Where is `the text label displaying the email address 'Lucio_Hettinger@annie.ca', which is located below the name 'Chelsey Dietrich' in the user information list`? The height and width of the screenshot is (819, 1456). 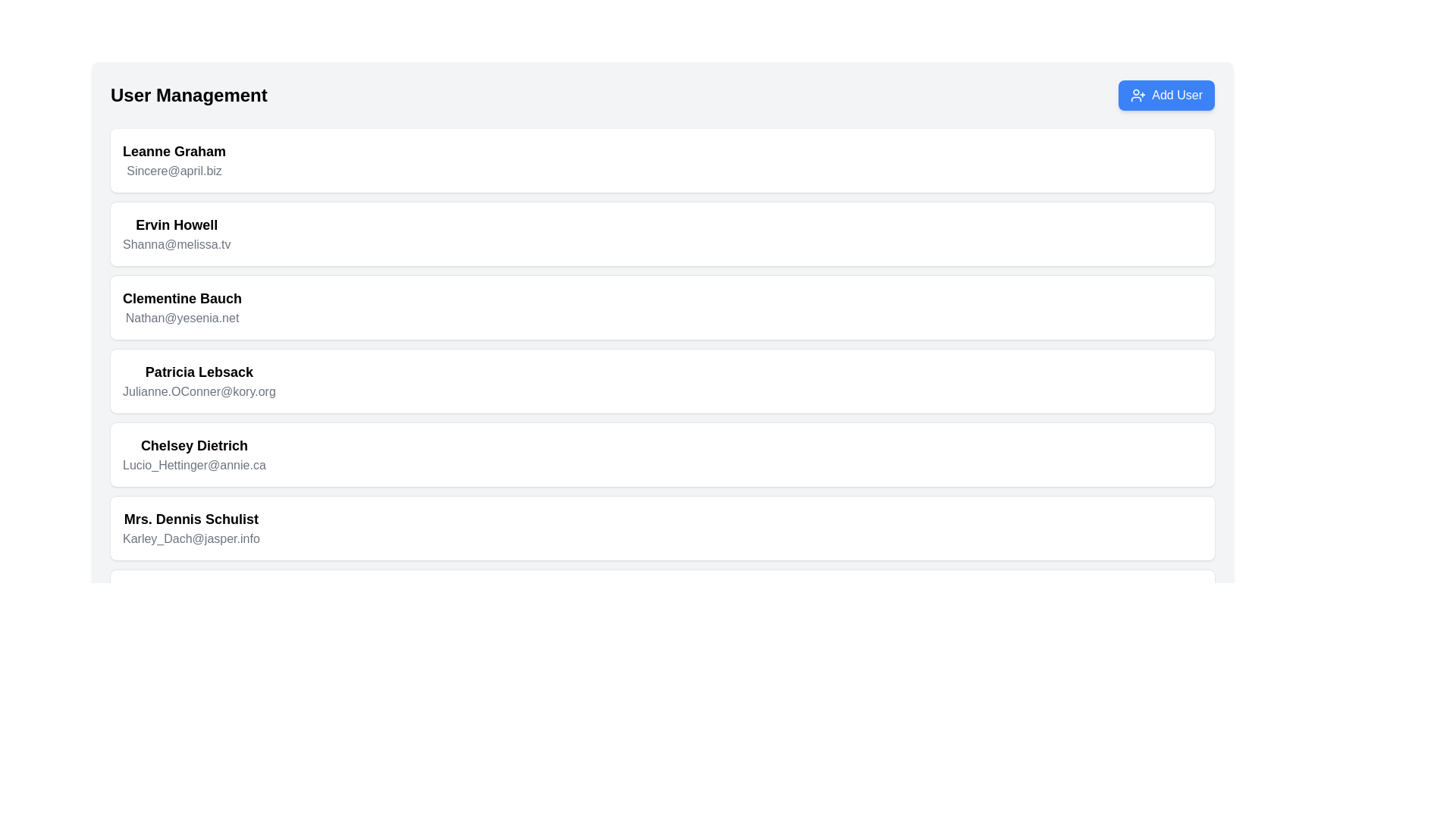
the text label displaying the email address 'Lucio_Hettinger@annie.ca', which is located below the name 'Chelsey Dietrich' in the user information list is located at coordinates (193, 464).